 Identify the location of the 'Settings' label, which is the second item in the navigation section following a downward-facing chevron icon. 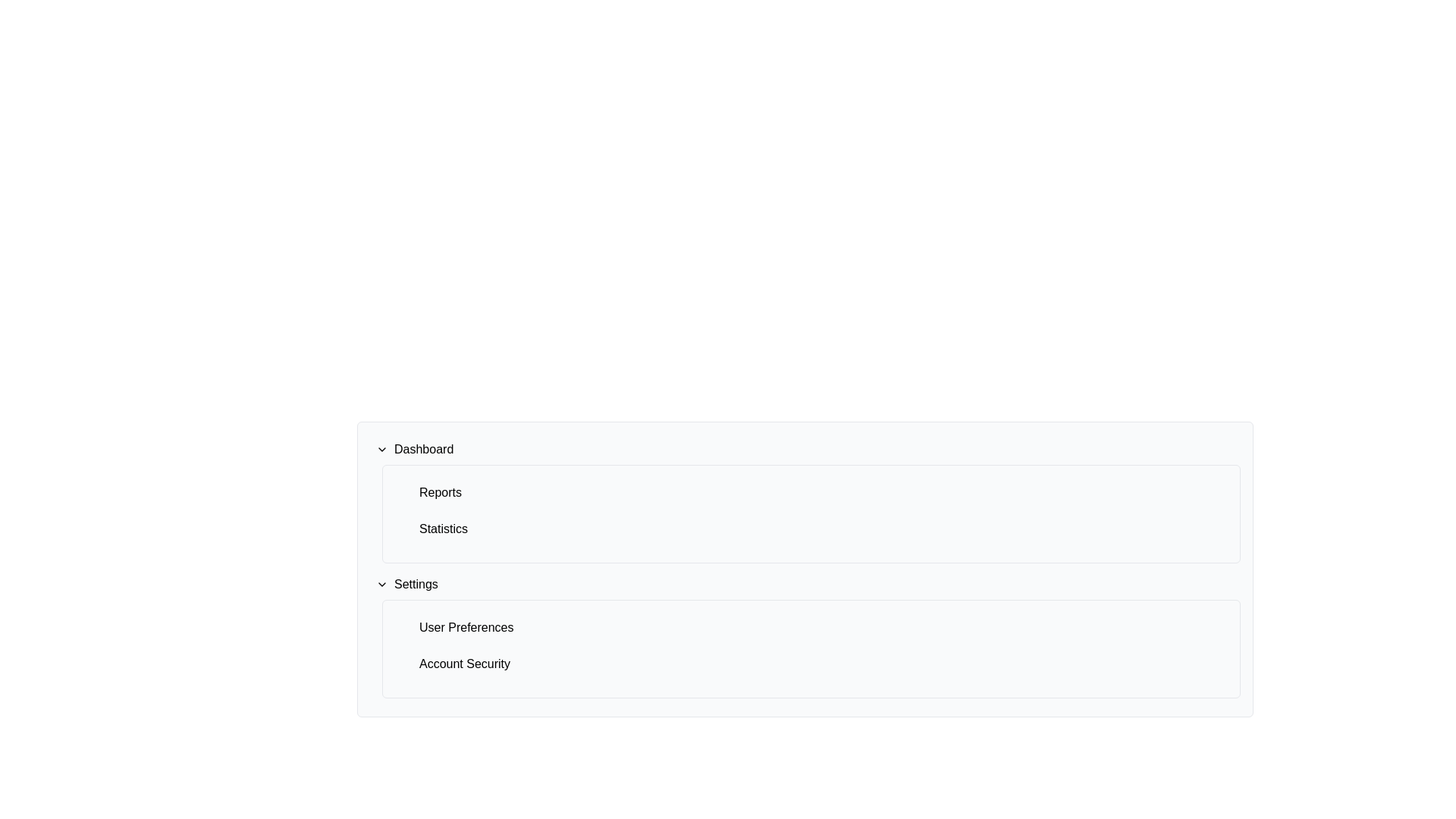
(416, 584).